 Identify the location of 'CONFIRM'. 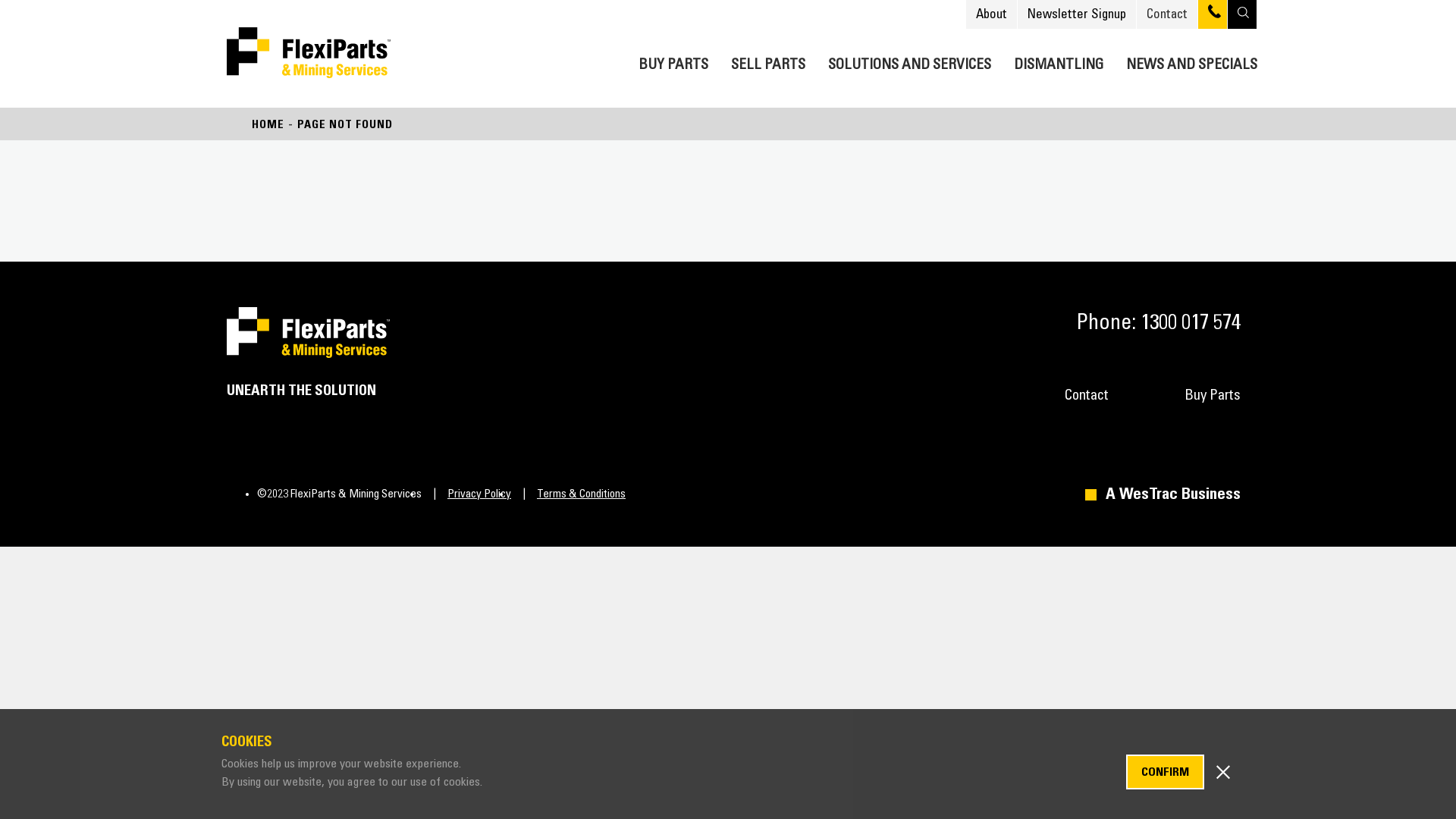
(1164, 772).